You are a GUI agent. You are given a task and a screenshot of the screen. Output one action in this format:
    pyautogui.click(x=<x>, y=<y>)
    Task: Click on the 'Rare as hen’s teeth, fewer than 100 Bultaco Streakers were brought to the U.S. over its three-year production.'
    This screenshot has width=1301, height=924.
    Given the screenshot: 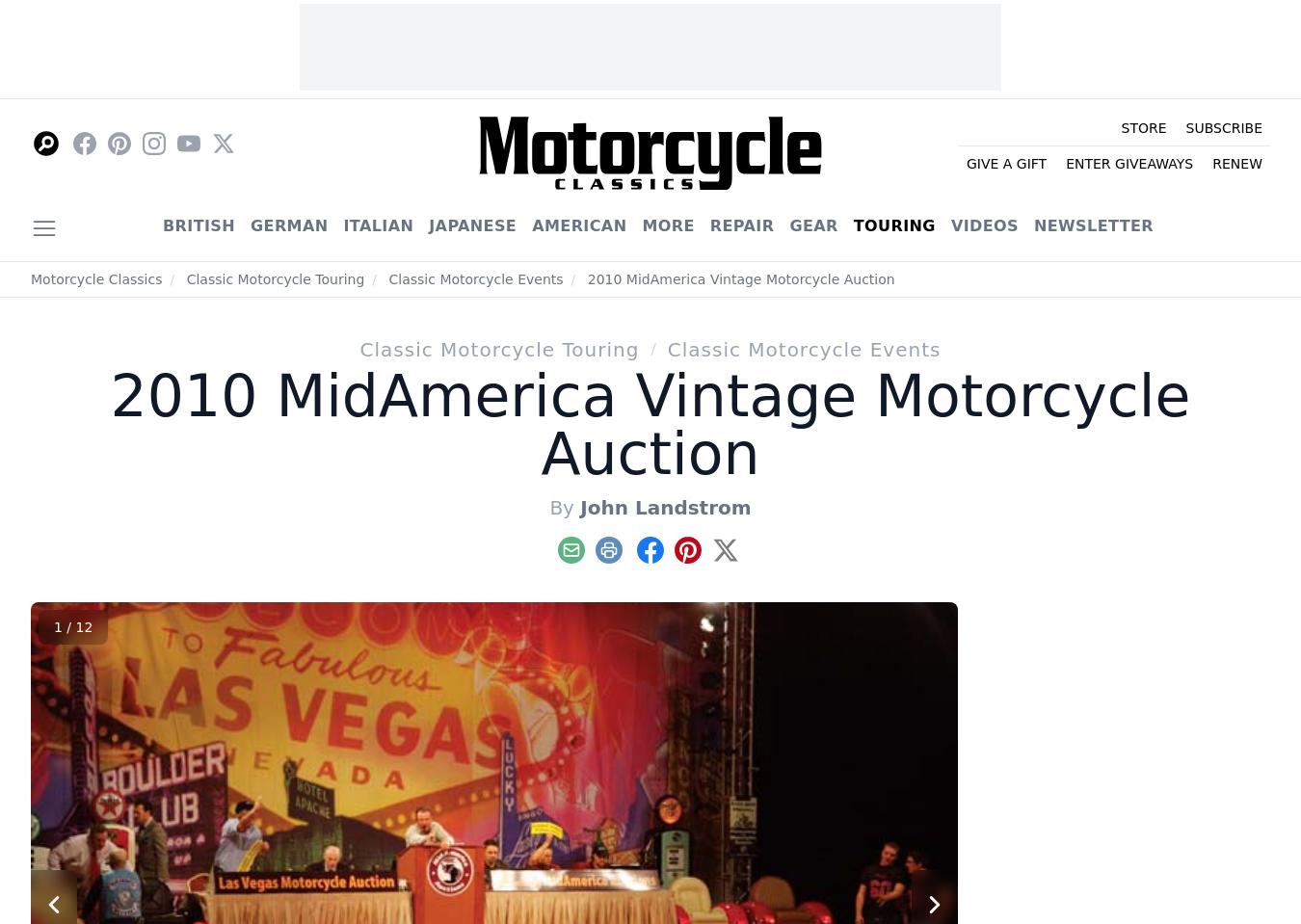 What is the action you would take?
    pyautogui.click(x=1062, y=307)
    